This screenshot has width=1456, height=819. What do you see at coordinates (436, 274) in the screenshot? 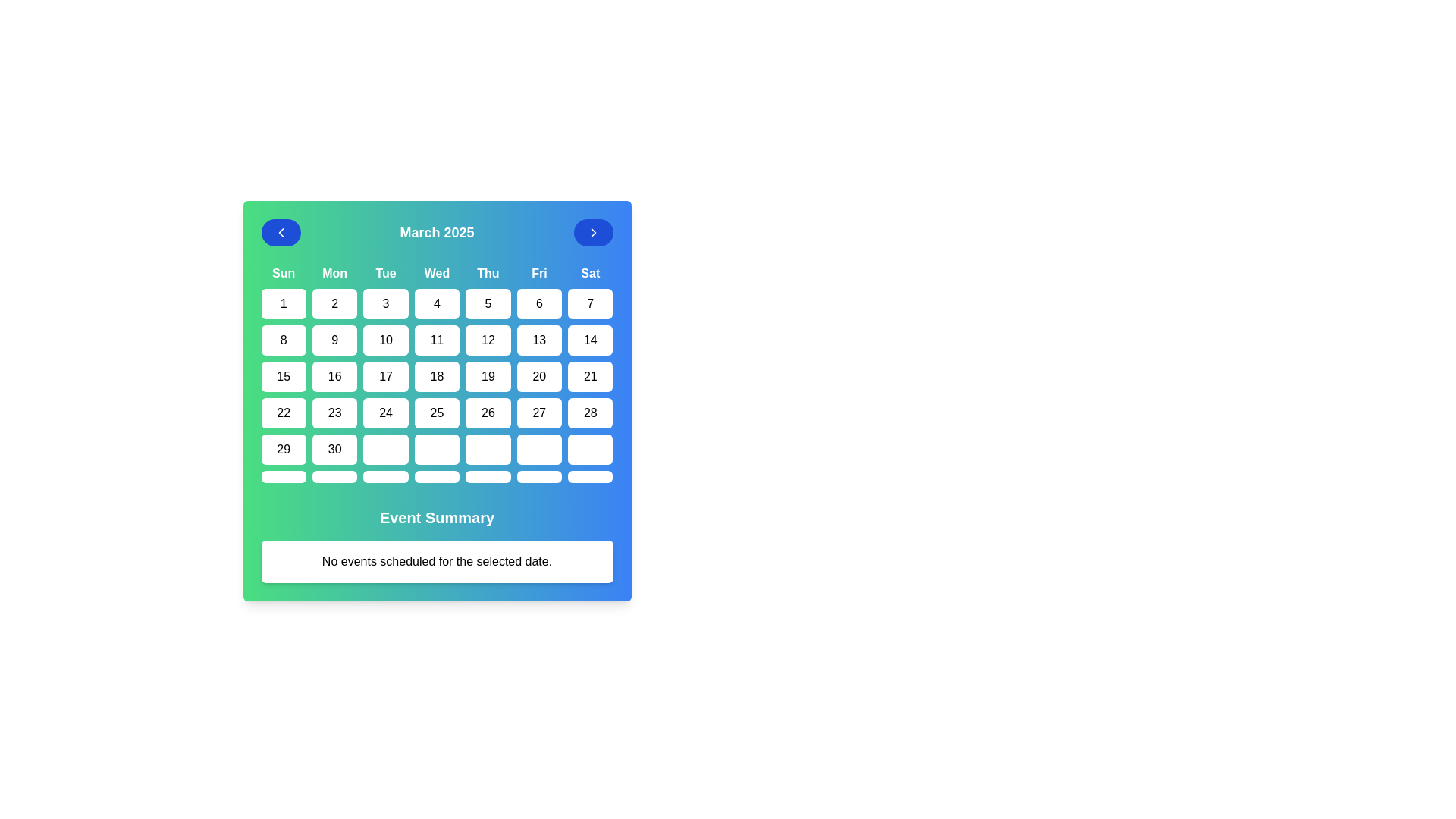
I see `the non-interactive label representing Wednesday in the calendar view, which is the fourth header label in the weekday row` at bounding box center [436, 274].